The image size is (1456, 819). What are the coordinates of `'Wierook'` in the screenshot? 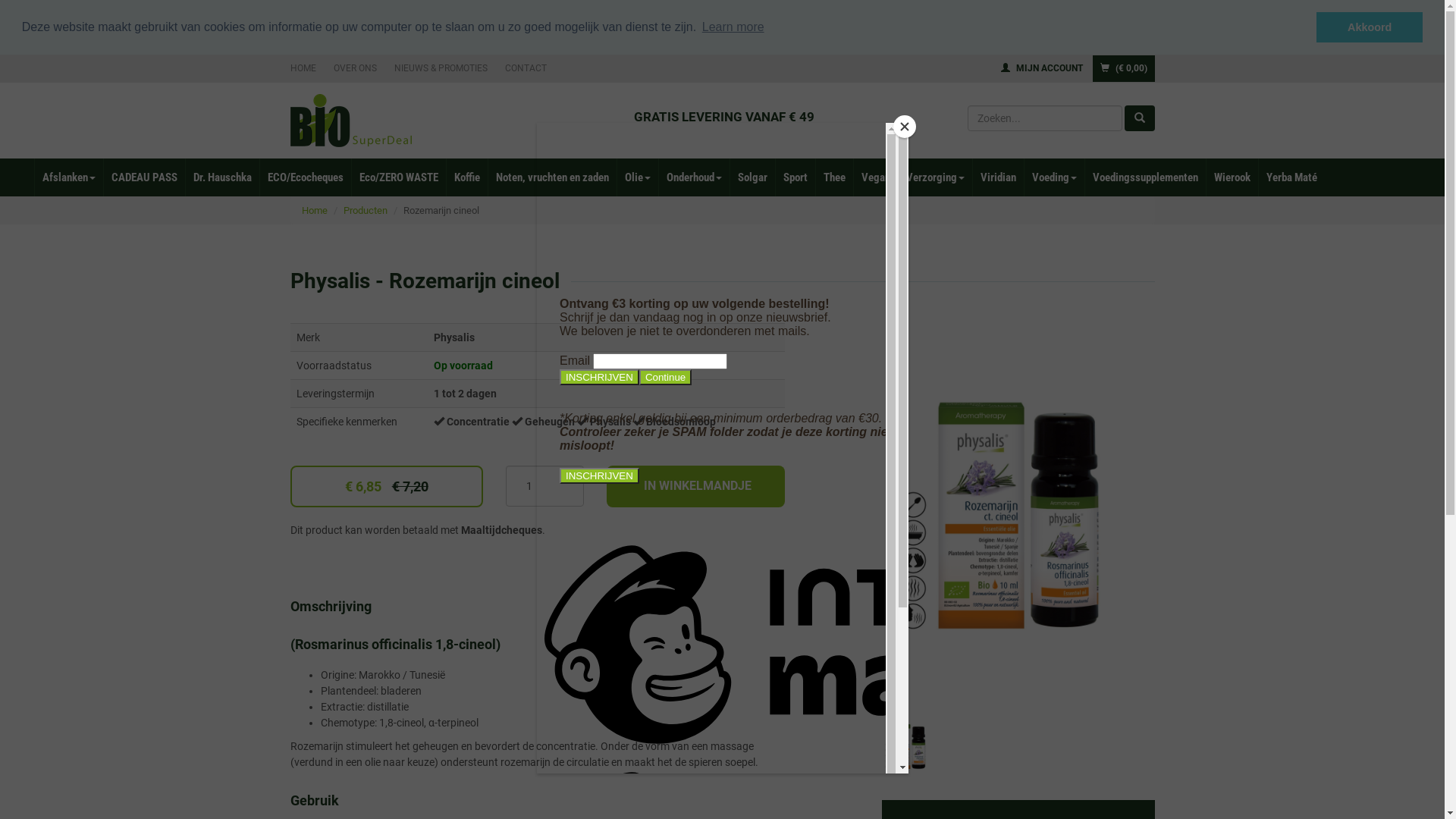 It's located at (1232, 175).